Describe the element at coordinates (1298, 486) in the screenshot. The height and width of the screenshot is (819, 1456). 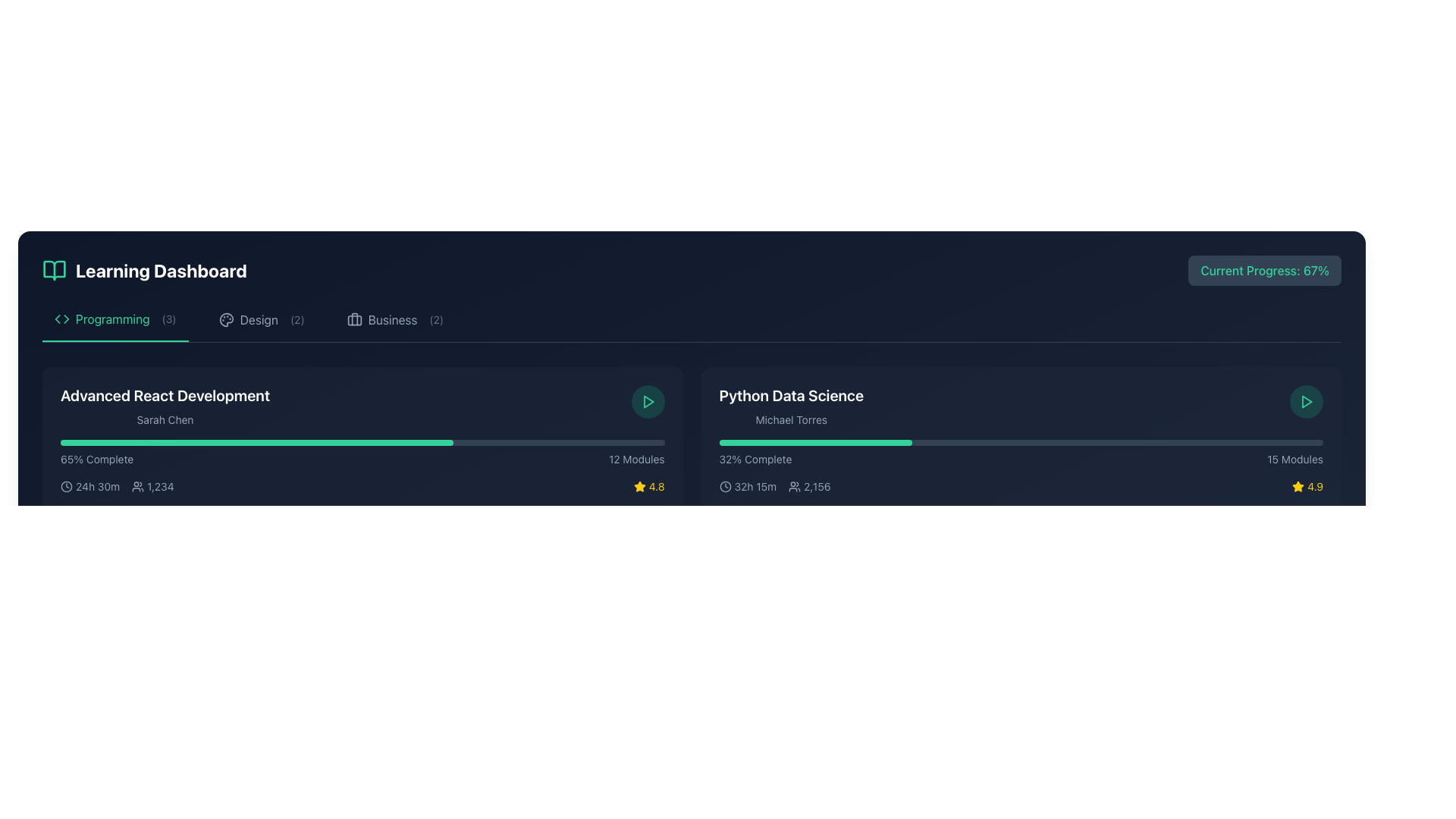
I see `the star icon with a yellow fill located at the bottom-right corner of the 'Python Data Science' card, next to the numerical rating '4.9'` at that location.